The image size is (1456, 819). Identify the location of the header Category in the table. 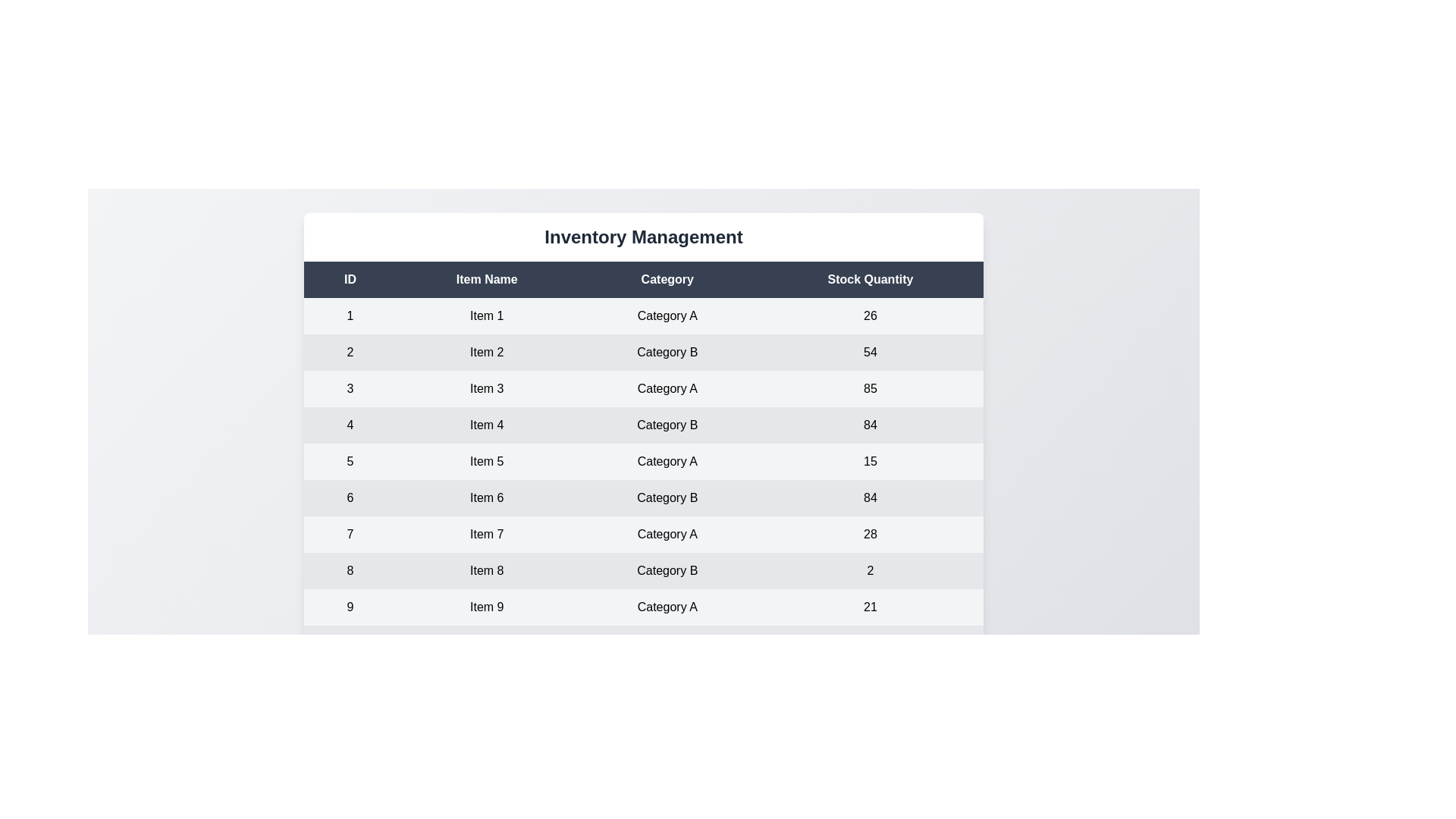
(667, 280).